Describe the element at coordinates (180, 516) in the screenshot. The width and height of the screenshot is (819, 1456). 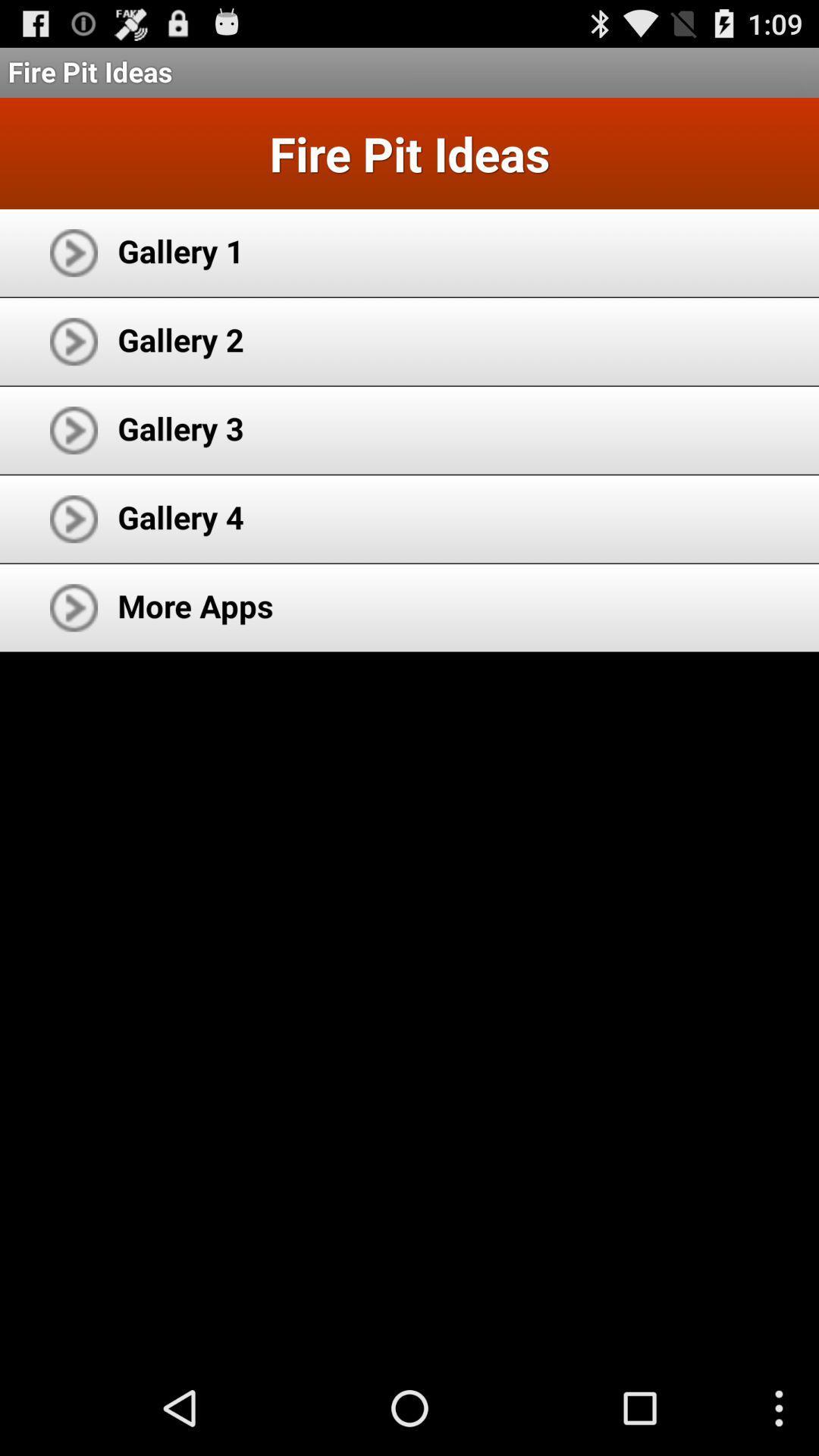
I see `the icon below gallery 3 app` at that location.